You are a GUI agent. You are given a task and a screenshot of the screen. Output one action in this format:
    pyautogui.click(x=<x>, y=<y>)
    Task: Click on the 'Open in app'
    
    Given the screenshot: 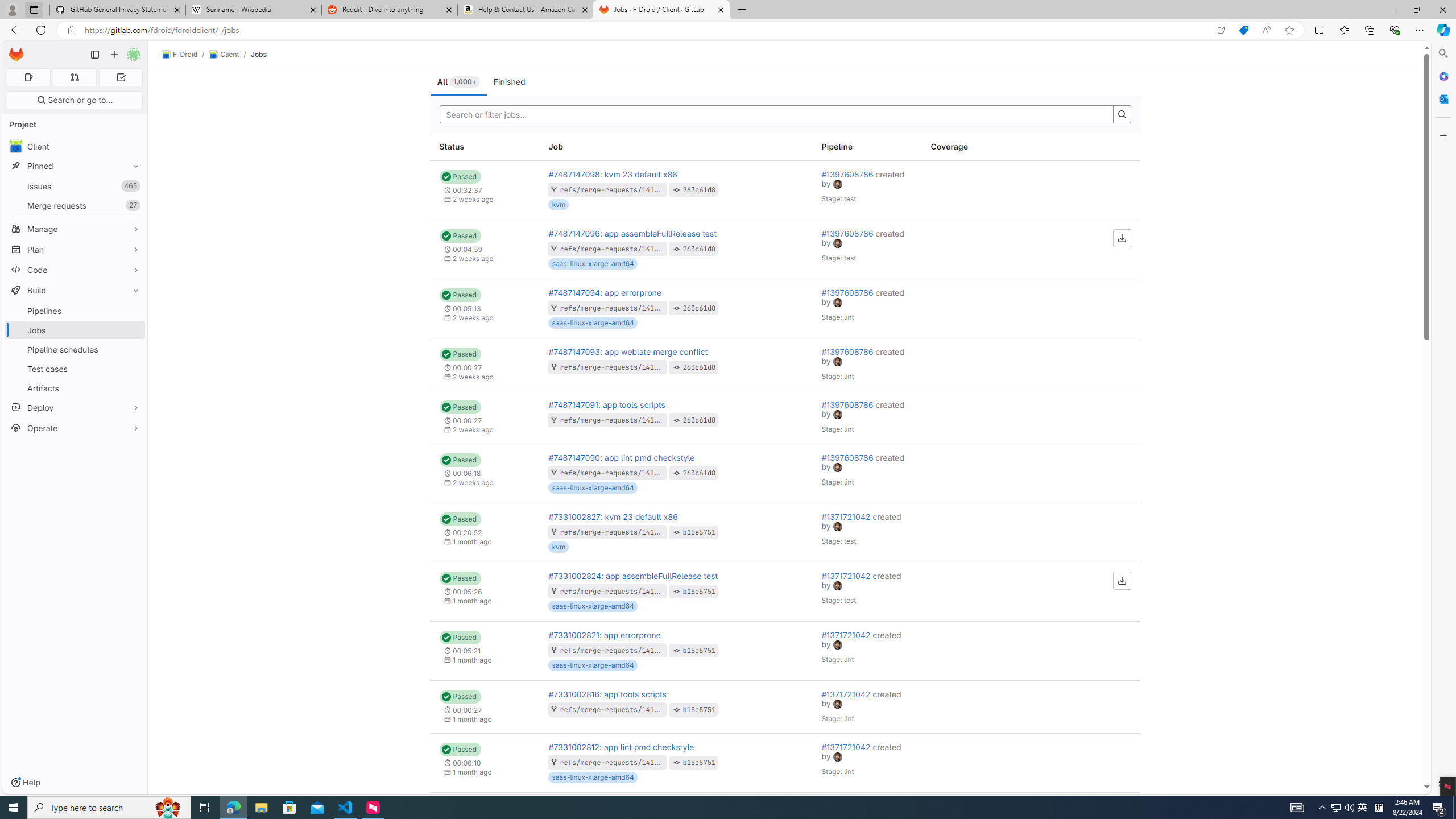 What is the action you would take?
    pyautogui.click(x=1220, y=30)
    